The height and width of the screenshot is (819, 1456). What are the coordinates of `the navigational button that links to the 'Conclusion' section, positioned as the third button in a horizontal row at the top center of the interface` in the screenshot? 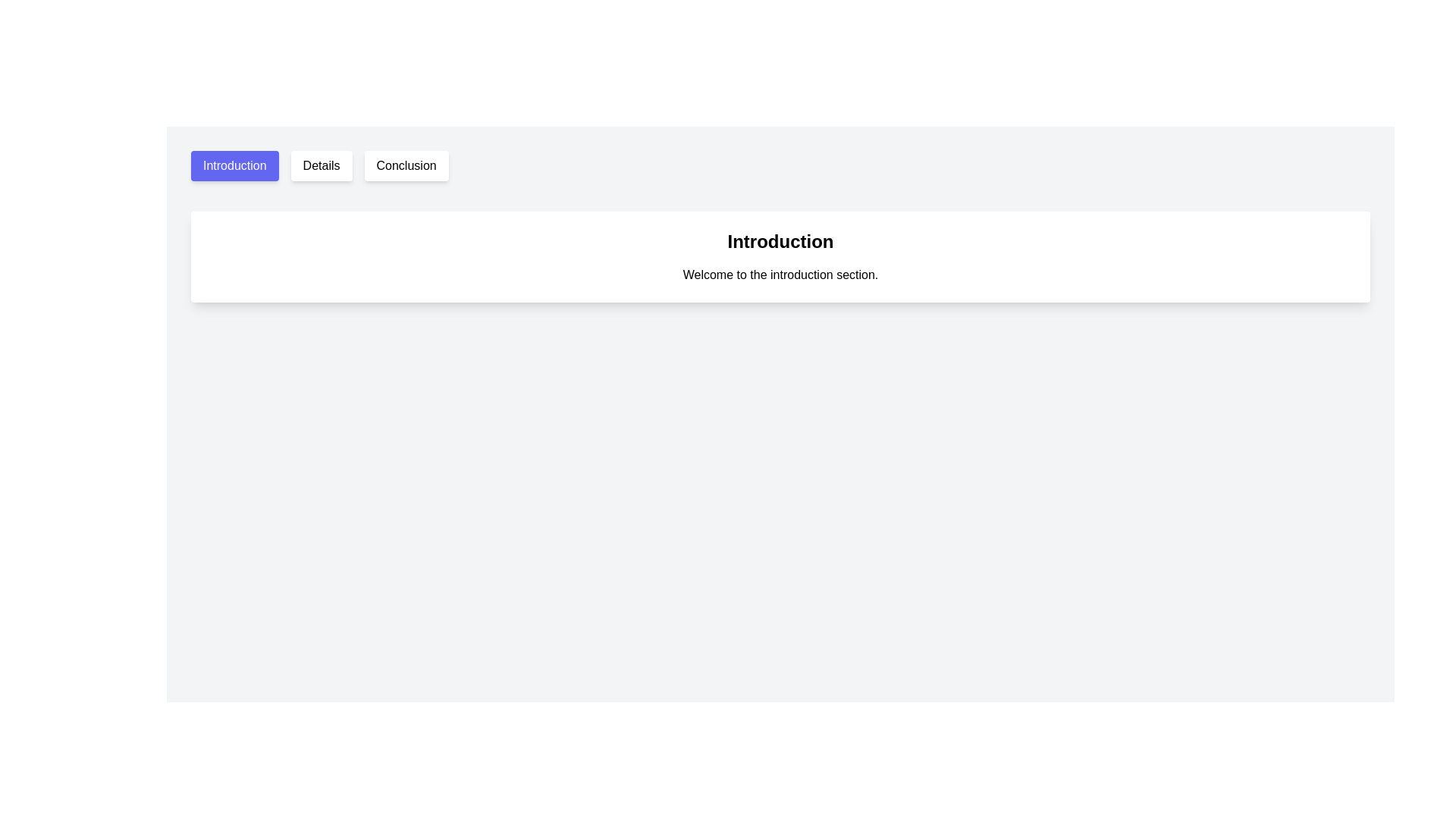 It's located at (406, 166).